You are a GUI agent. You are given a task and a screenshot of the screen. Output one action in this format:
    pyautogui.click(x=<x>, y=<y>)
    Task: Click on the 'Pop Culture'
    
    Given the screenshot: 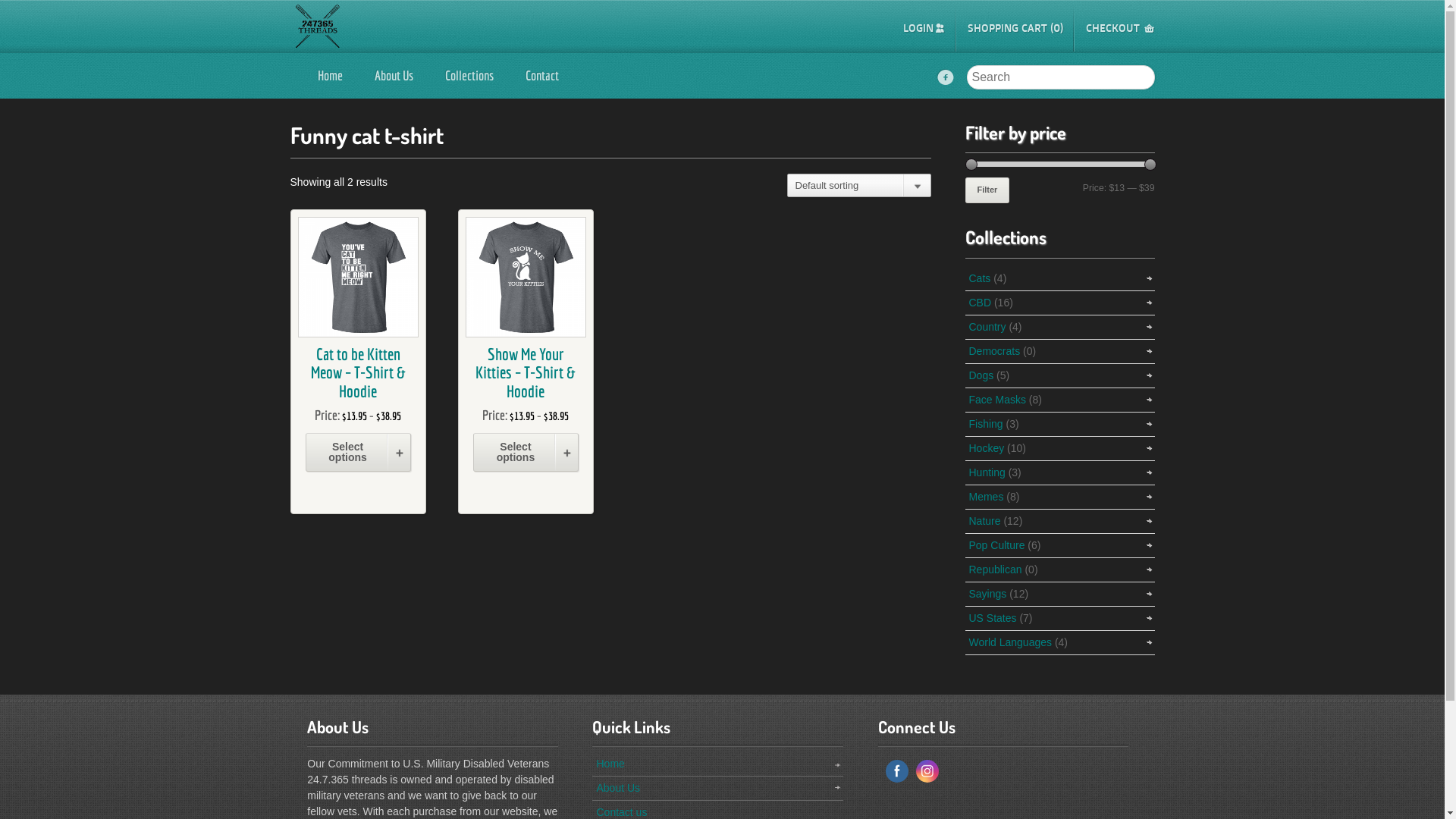 What is the action you would take?
    pyautogui.click(x=997, y=544)
    